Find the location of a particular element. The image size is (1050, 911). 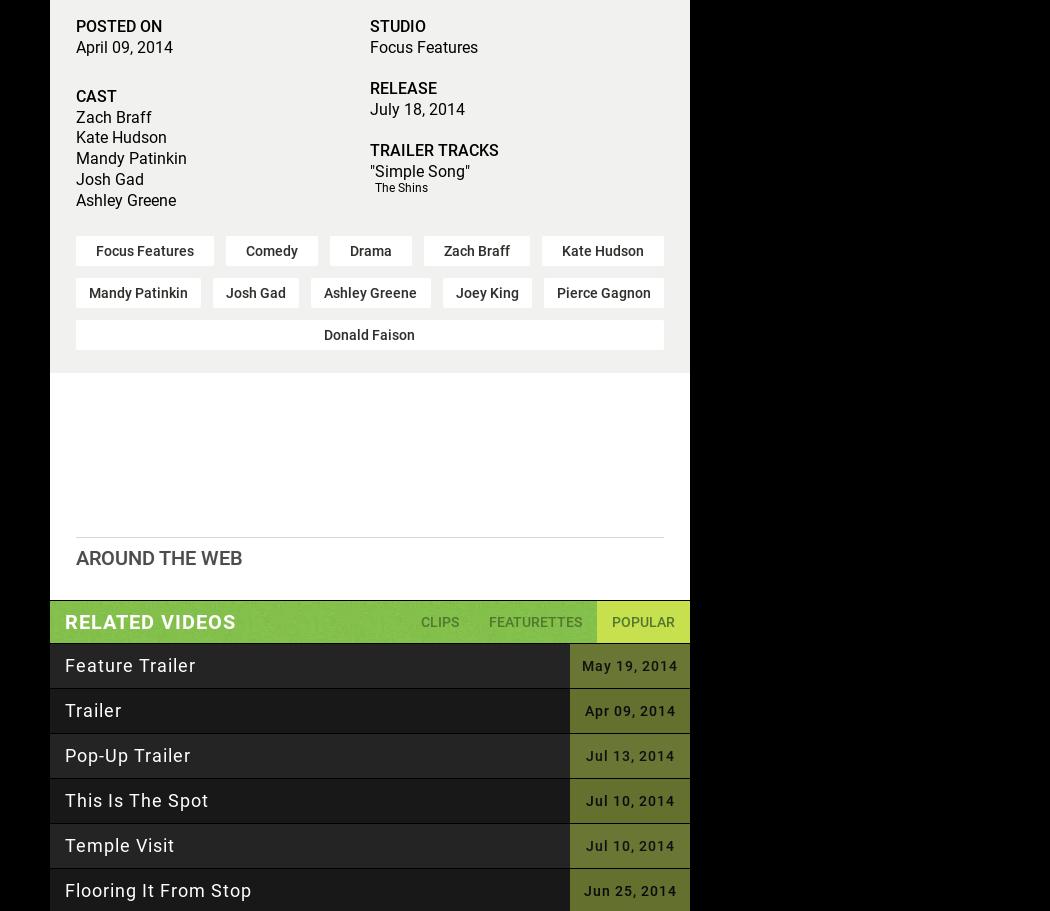

'Drama' is located at coordinates (369, 248).